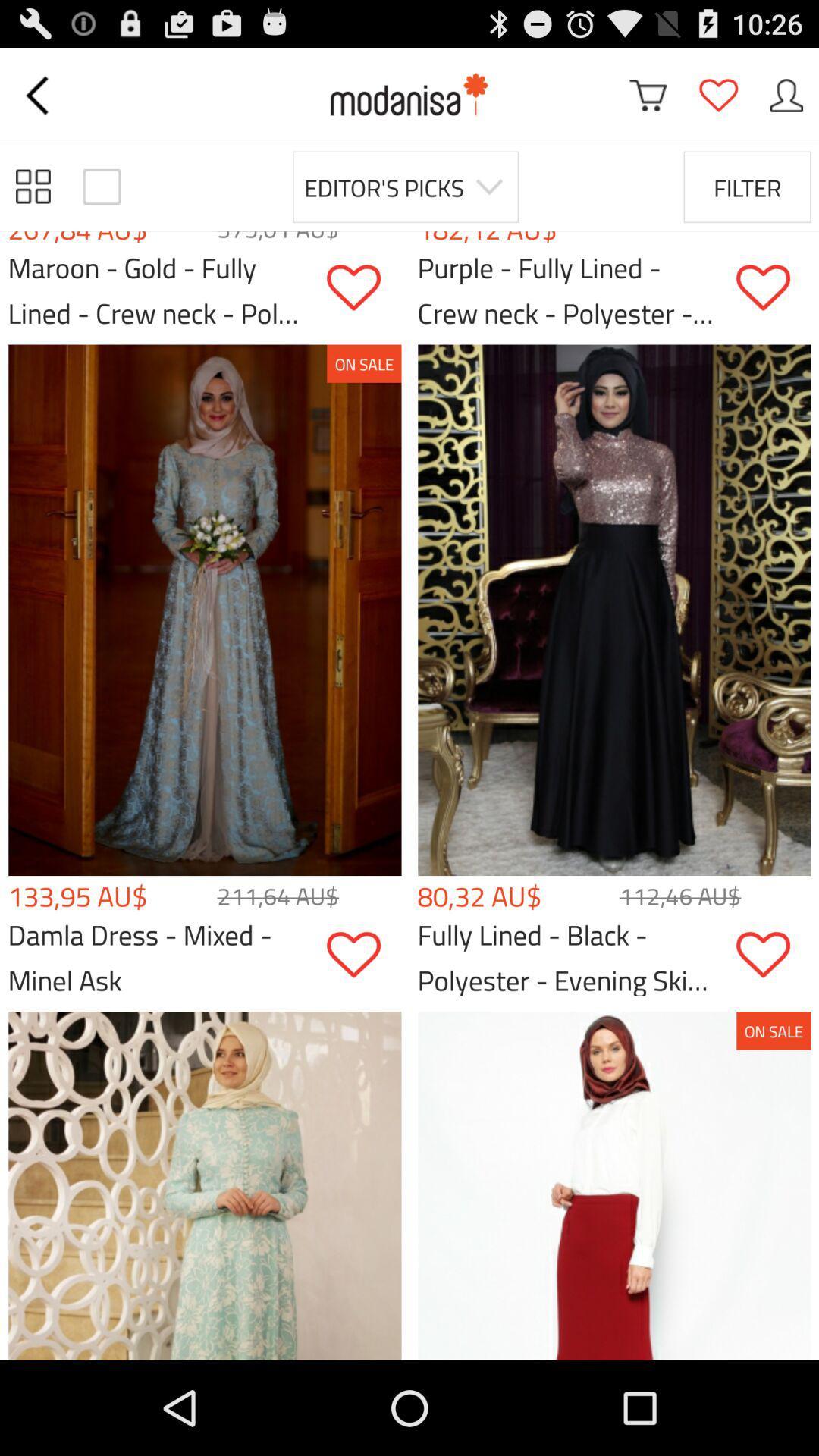 This screenshot has width=819, height=1456. I want to click on my user profile, so click(786, 94).